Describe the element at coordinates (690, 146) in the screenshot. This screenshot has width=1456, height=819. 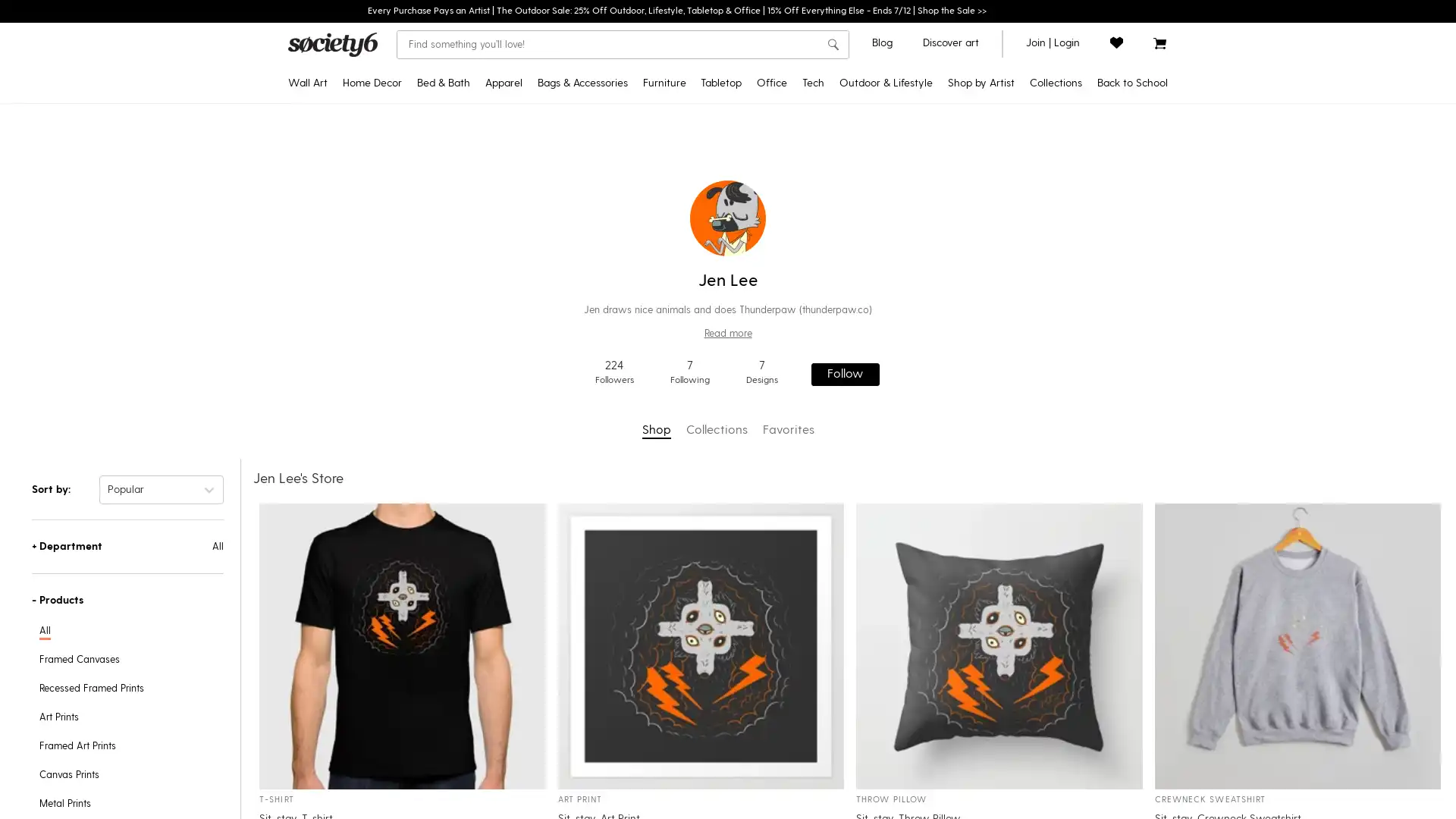
I see `Benches` at that location.